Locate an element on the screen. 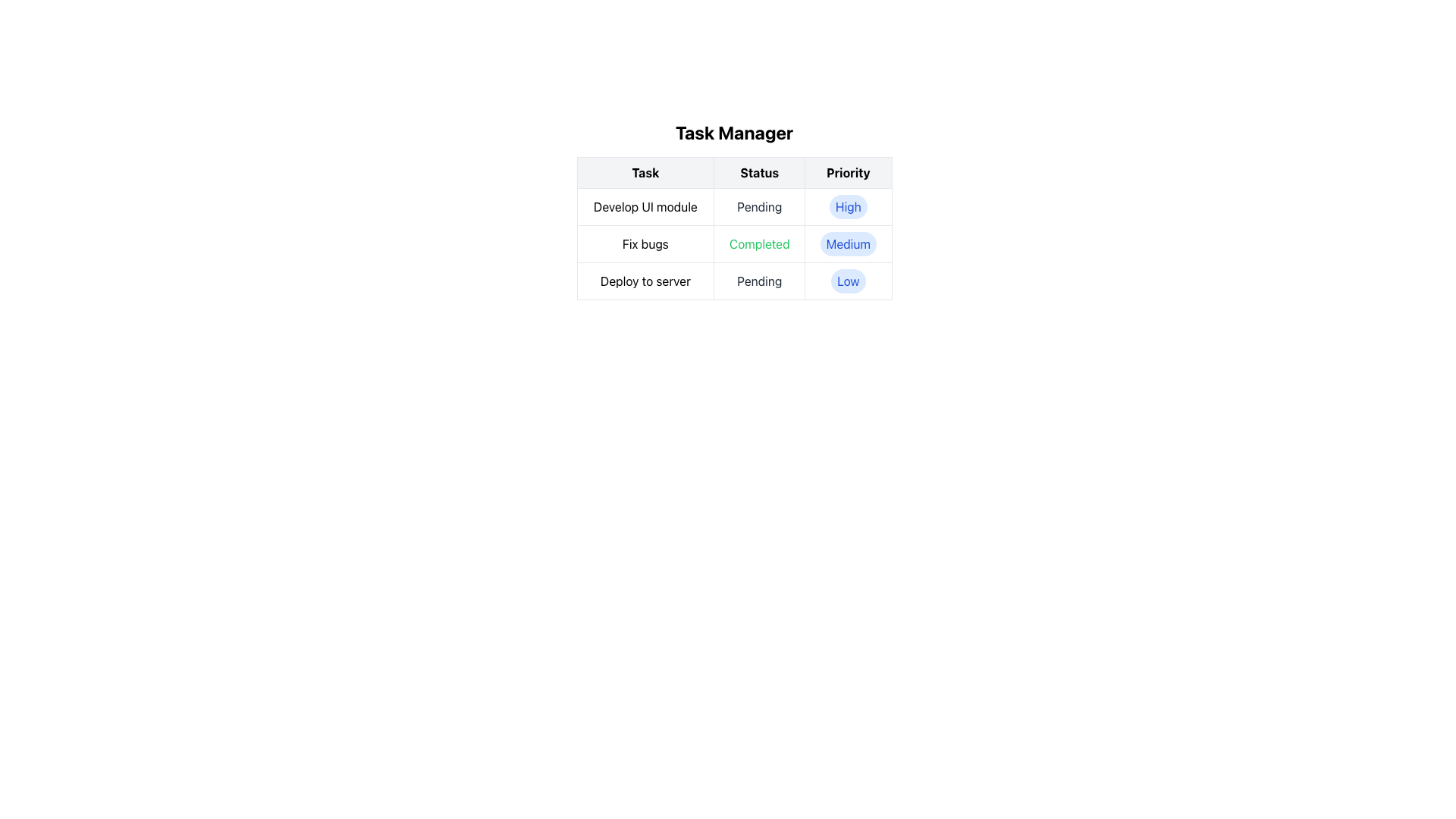 Image resolution: width=1456 pixels, height=819 pixels. the text 'Pending' styled in gray font located in the middle row of the third section of the table under the 'Status' column is located at coordinates (759, 281).